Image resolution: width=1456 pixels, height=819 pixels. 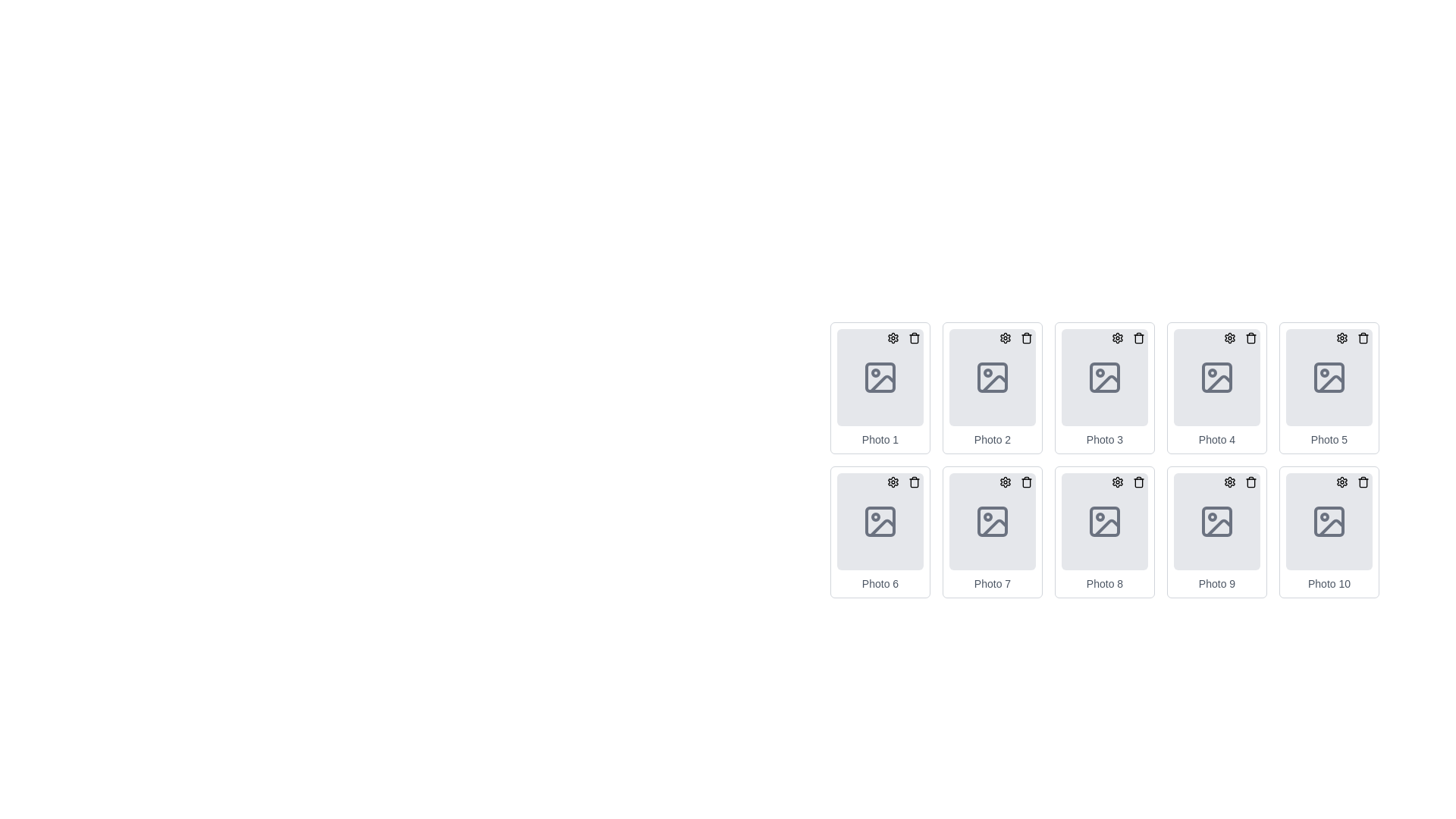 What do you see at coordinates (880, 376) in the screenshot?
I see `the Decorative Frame located in the top-left corner of the first photo frame in the grid labeled 'Photo 1'` at bounding box center [880, 376].